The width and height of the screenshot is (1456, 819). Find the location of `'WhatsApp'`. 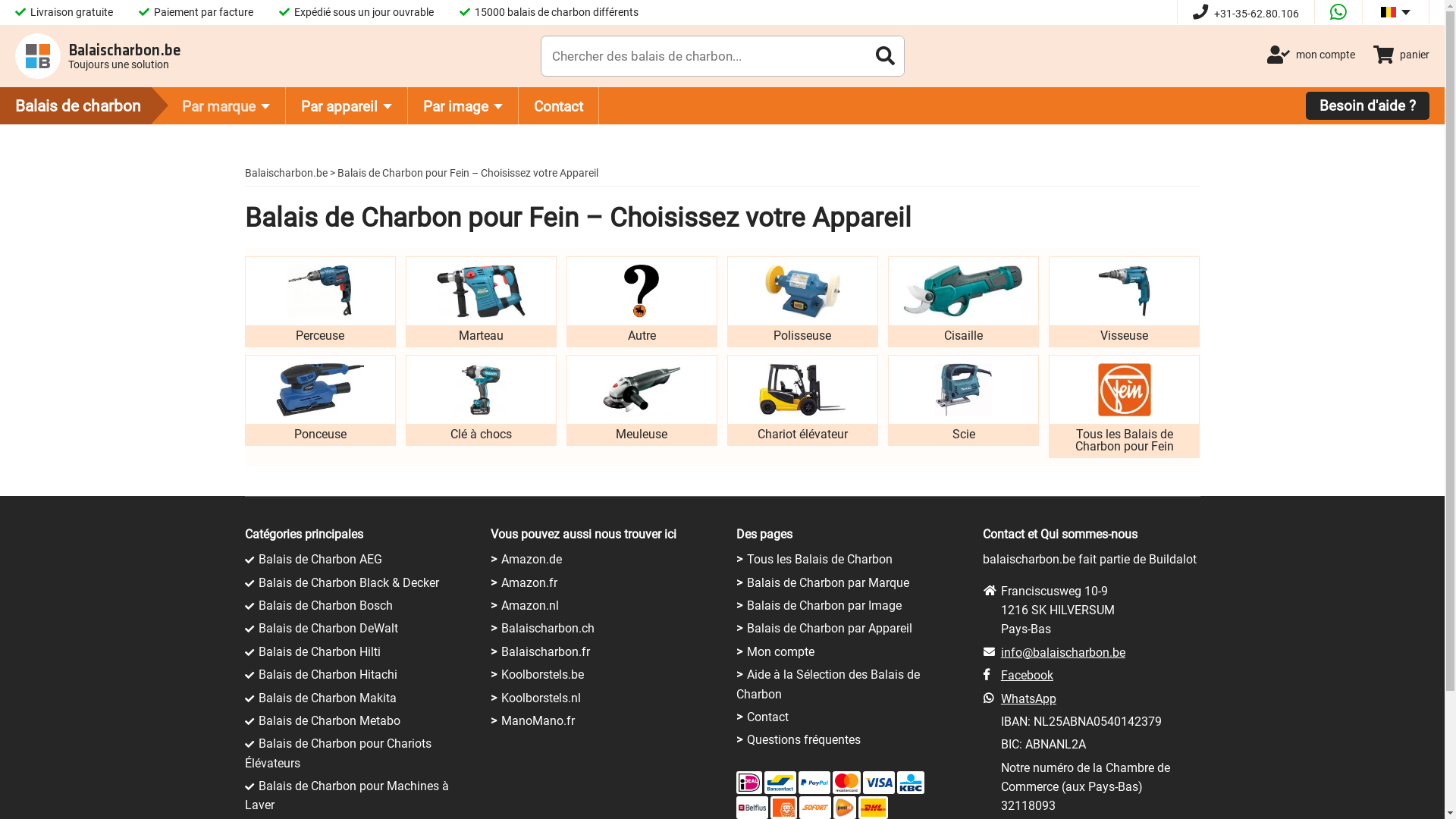

'WhatsApp' is located at coordinates (1028, 698).